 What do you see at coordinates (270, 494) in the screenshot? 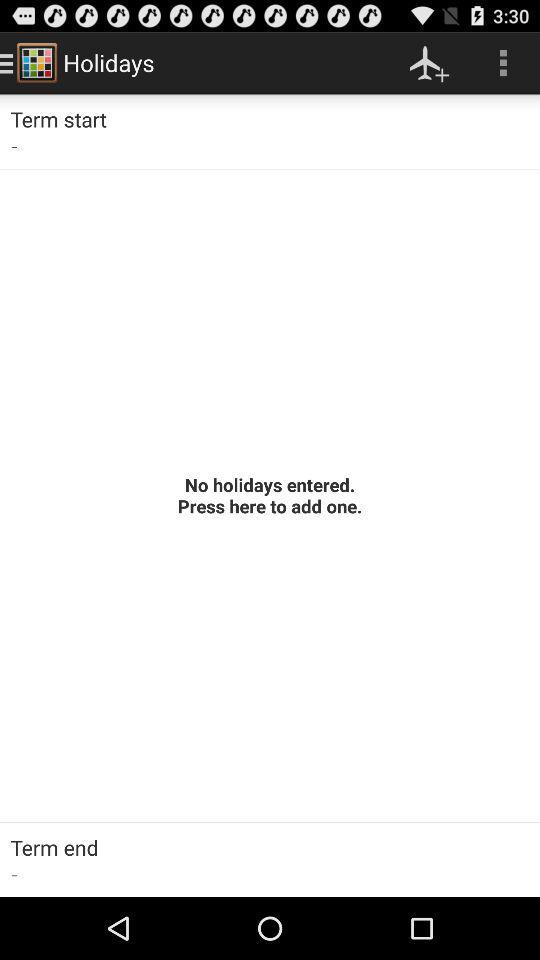
I see `the item below -` at bounding box center [270, 494].